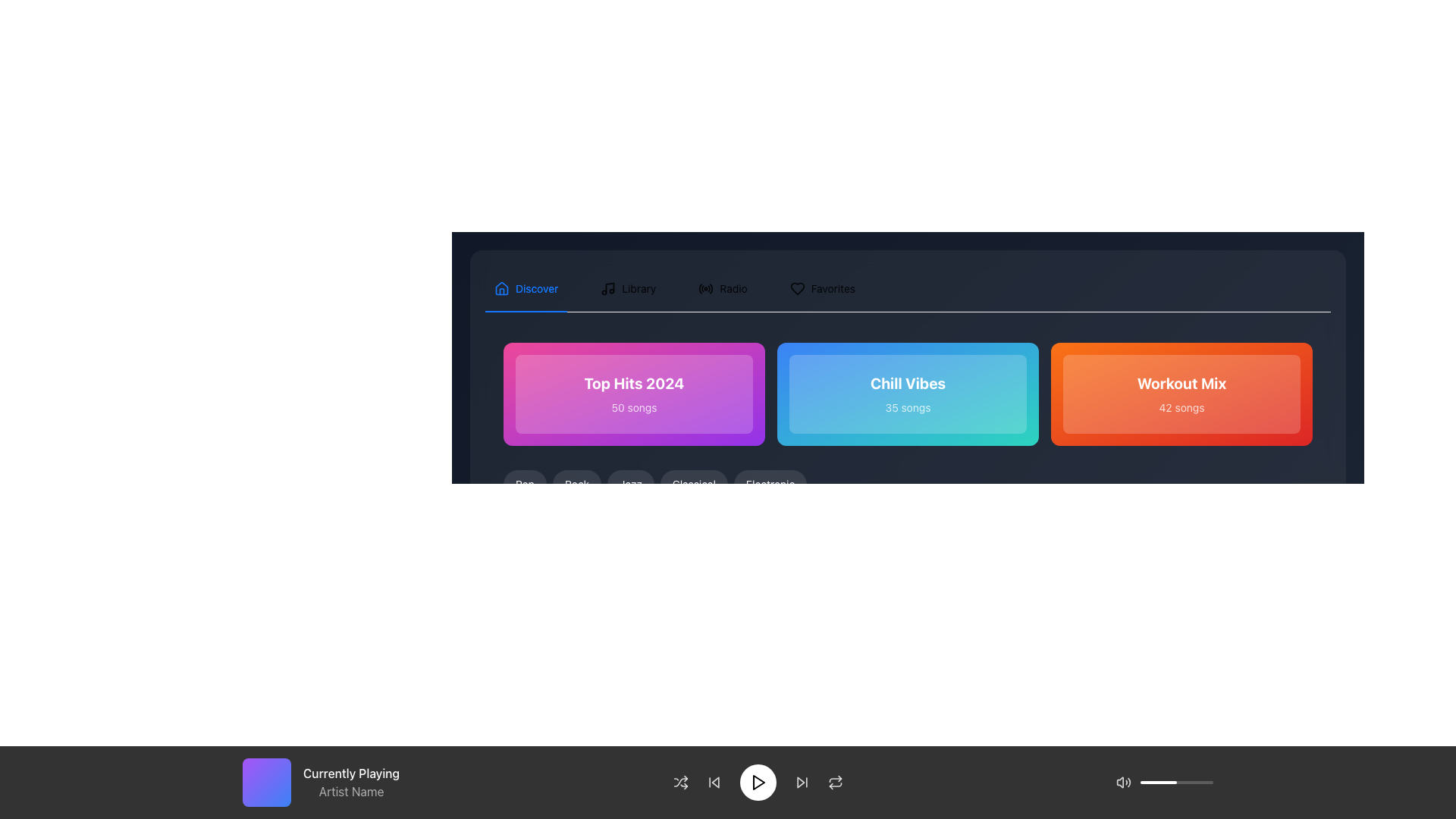 Image resolution: width=1456 pixels, height=819 pixels. What do you see at coordinates (350, 783) in the screenshot?
I see `the text display element showing 'Currently Playing'` at bounding box center [350, 783].